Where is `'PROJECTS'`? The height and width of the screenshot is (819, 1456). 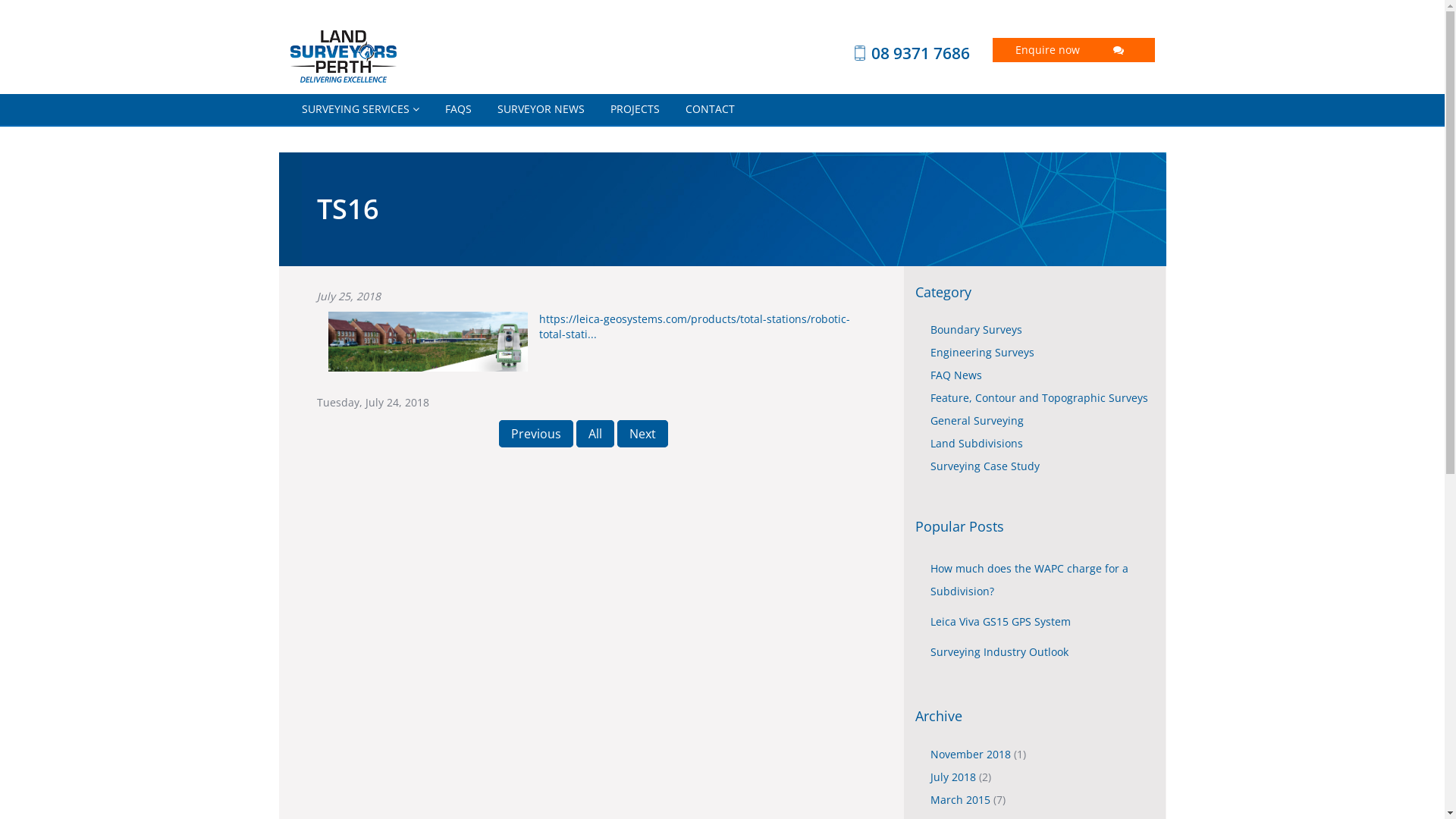
'PROJECTS' is located at coordinates (635, 108).